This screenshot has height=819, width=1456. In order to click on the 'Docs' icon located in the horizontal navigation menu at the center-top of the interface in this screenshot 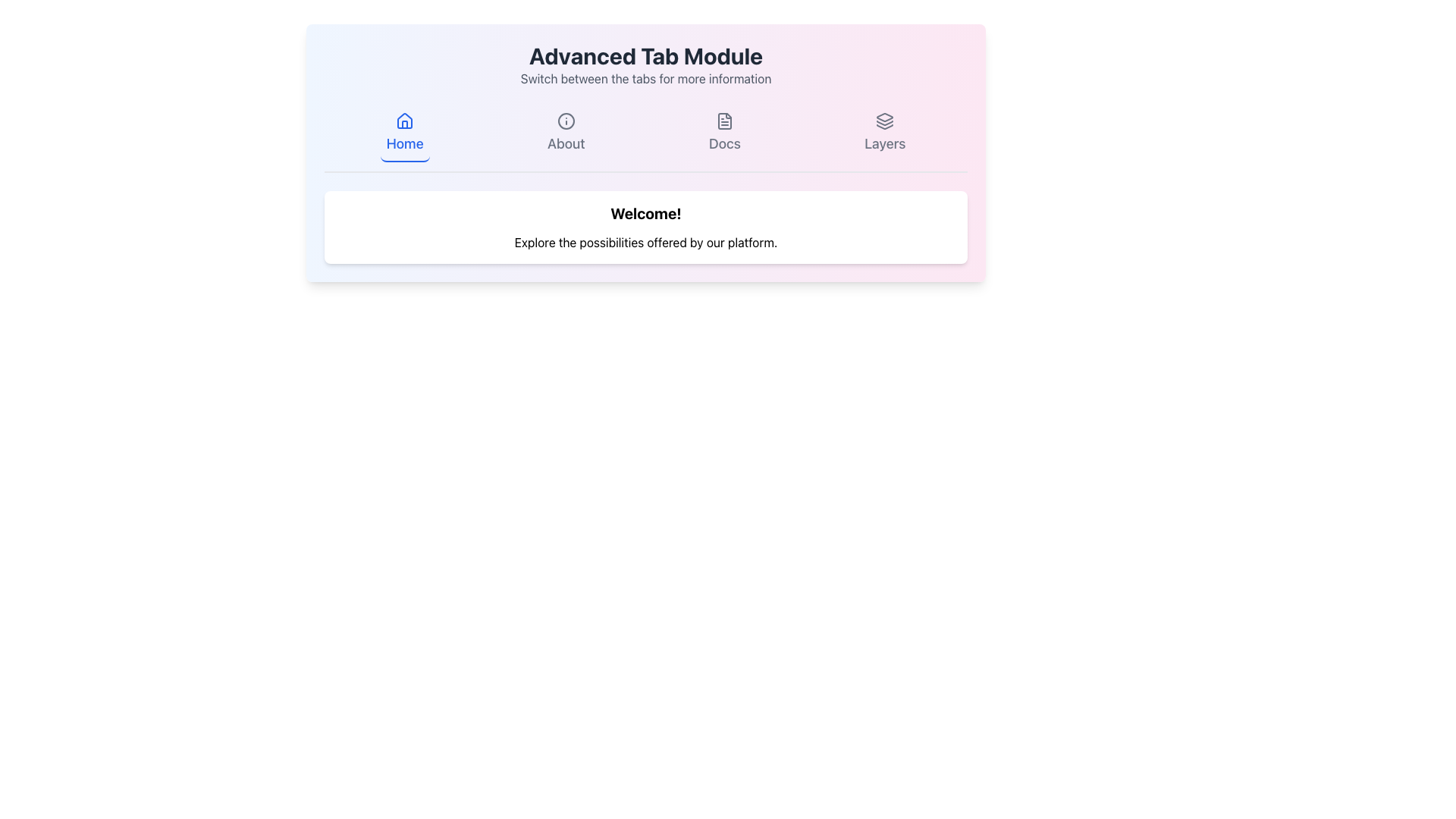, I will do `click(723, 120)`.